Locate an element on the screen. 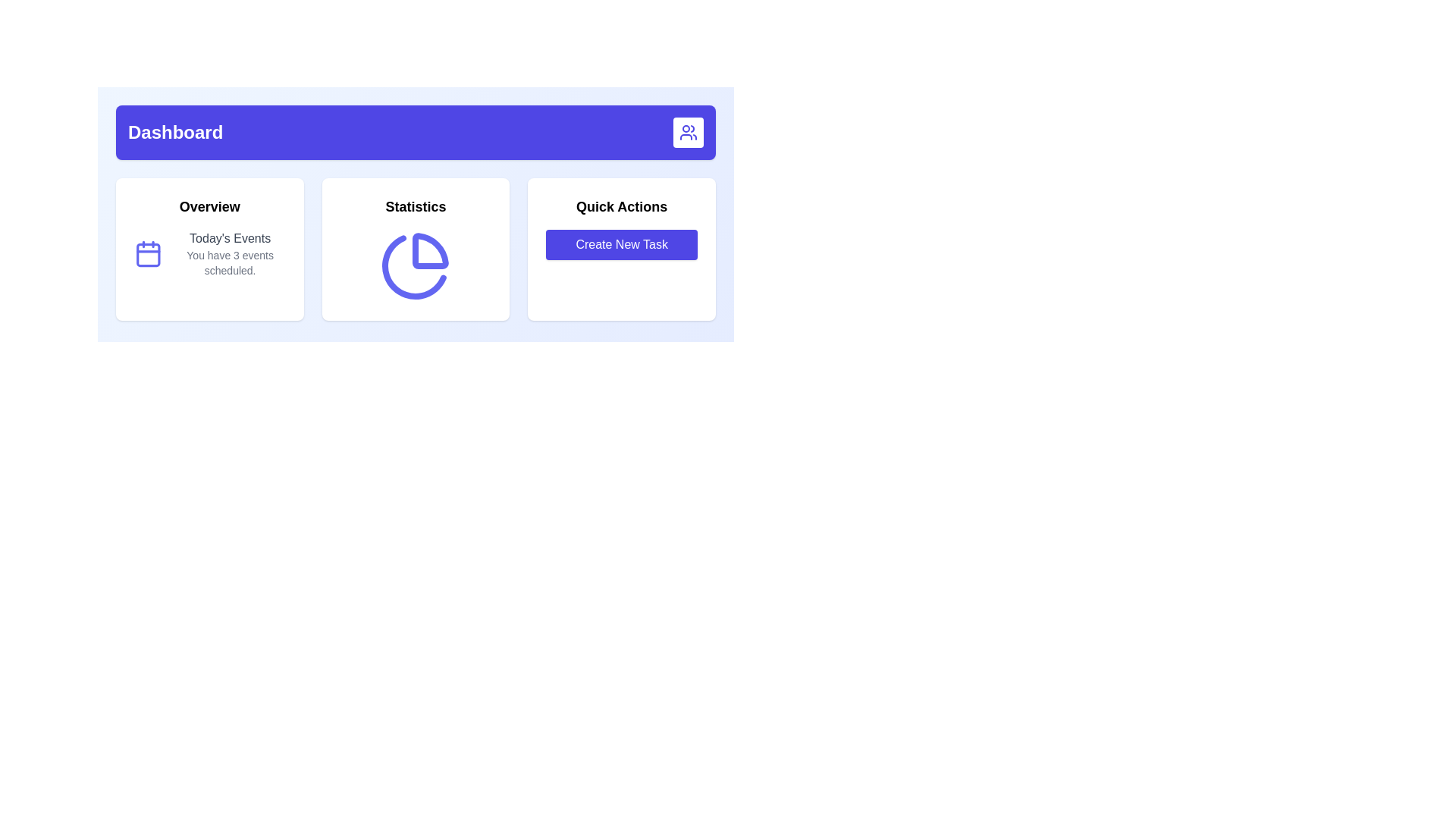 This screenshot has height=819, width=1456. text content of the Informational Widget that displays the number of scheduled events for the day, located in the first card under the 'Dashboard' heading in the 'Overview' section is located at coordinates (209, 253).